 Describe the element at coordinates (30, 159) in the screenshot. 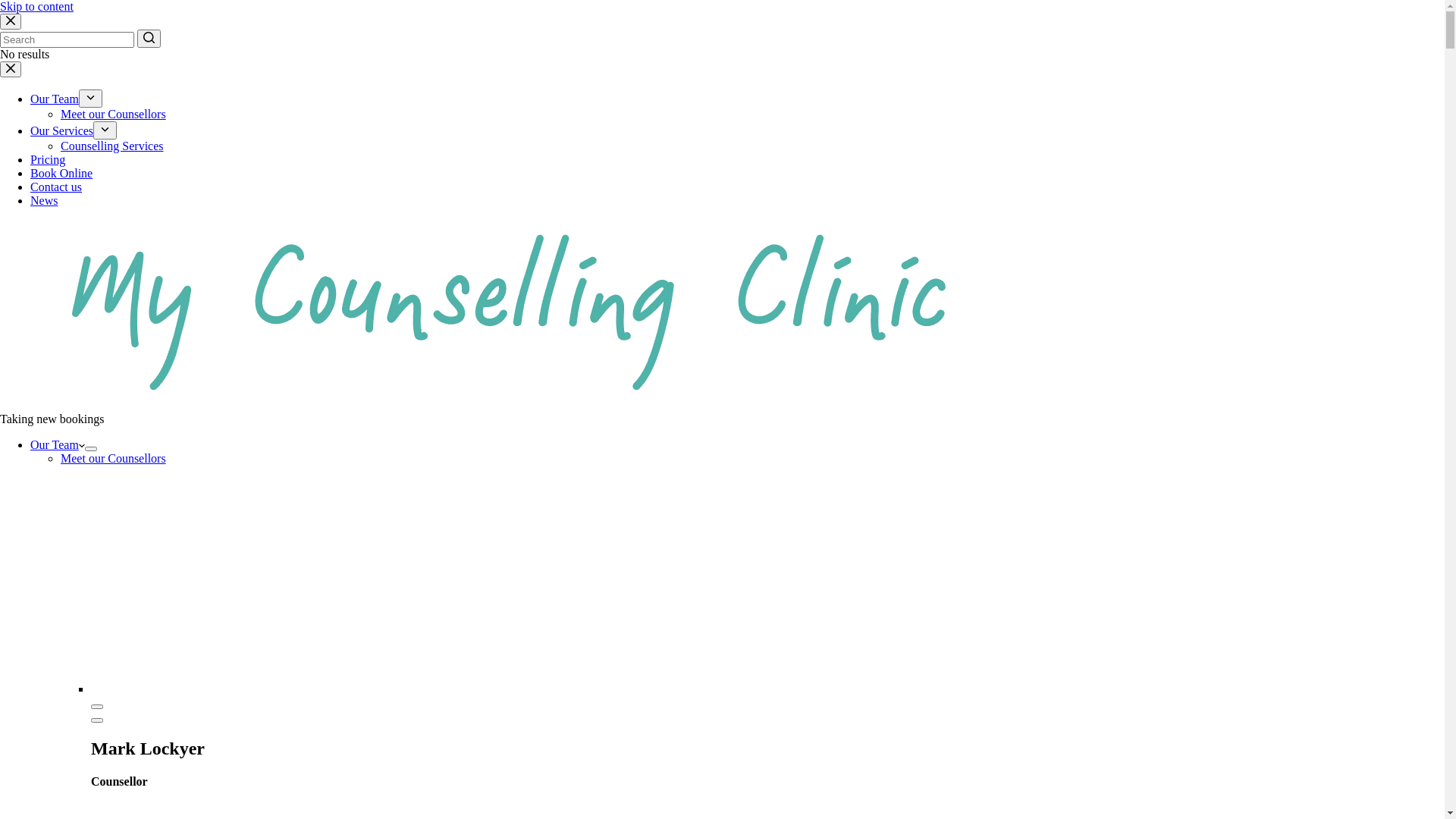

I see `'Pricing'` at that location.